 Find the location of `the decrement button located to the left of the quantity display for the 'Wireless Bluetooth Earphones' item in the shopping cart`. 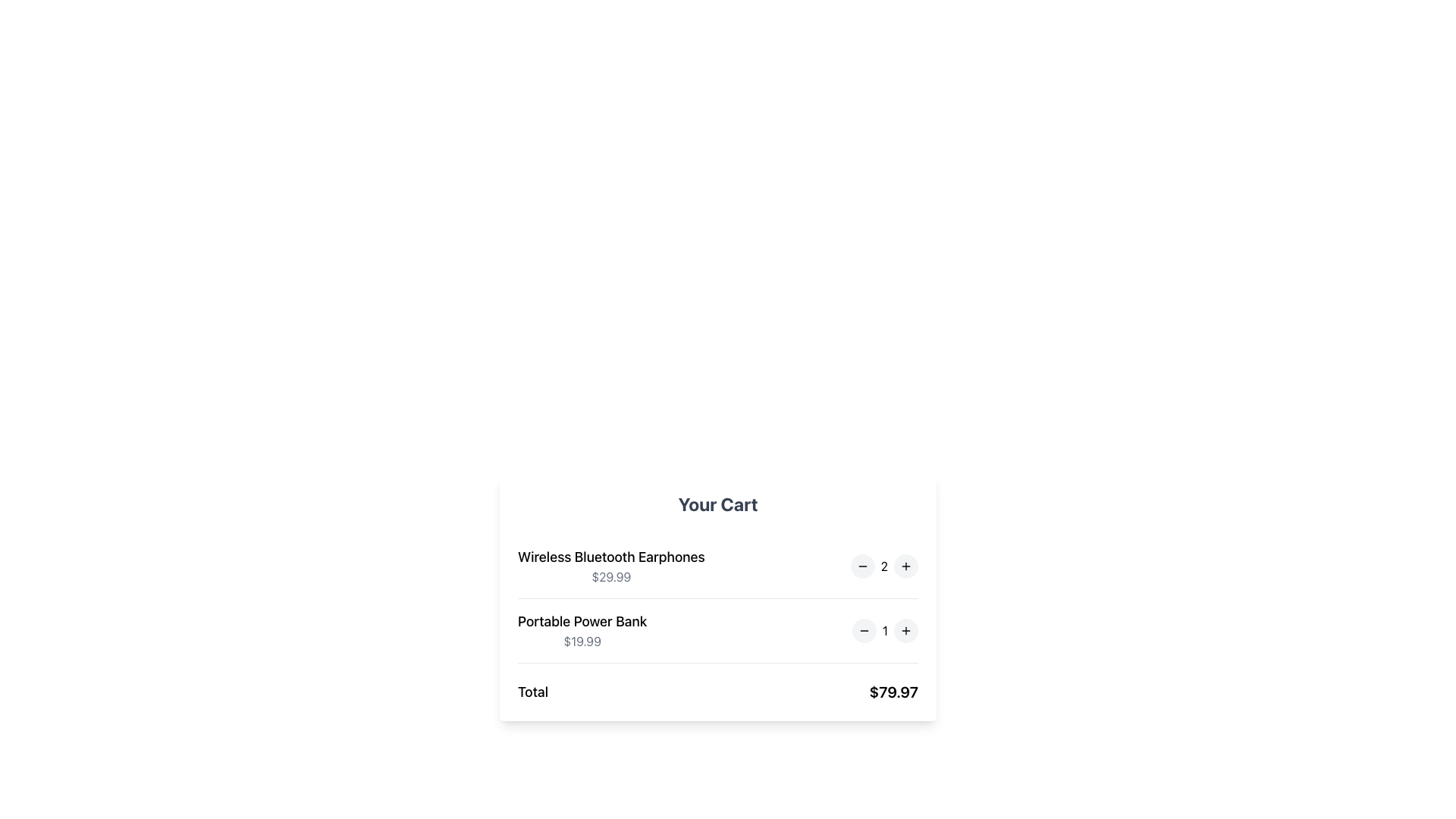

the decrement button located to the left of the quantity display for the 'Wireless Bluetooth Earphones' item in the shopping cart is located at coordinates (862, 566).